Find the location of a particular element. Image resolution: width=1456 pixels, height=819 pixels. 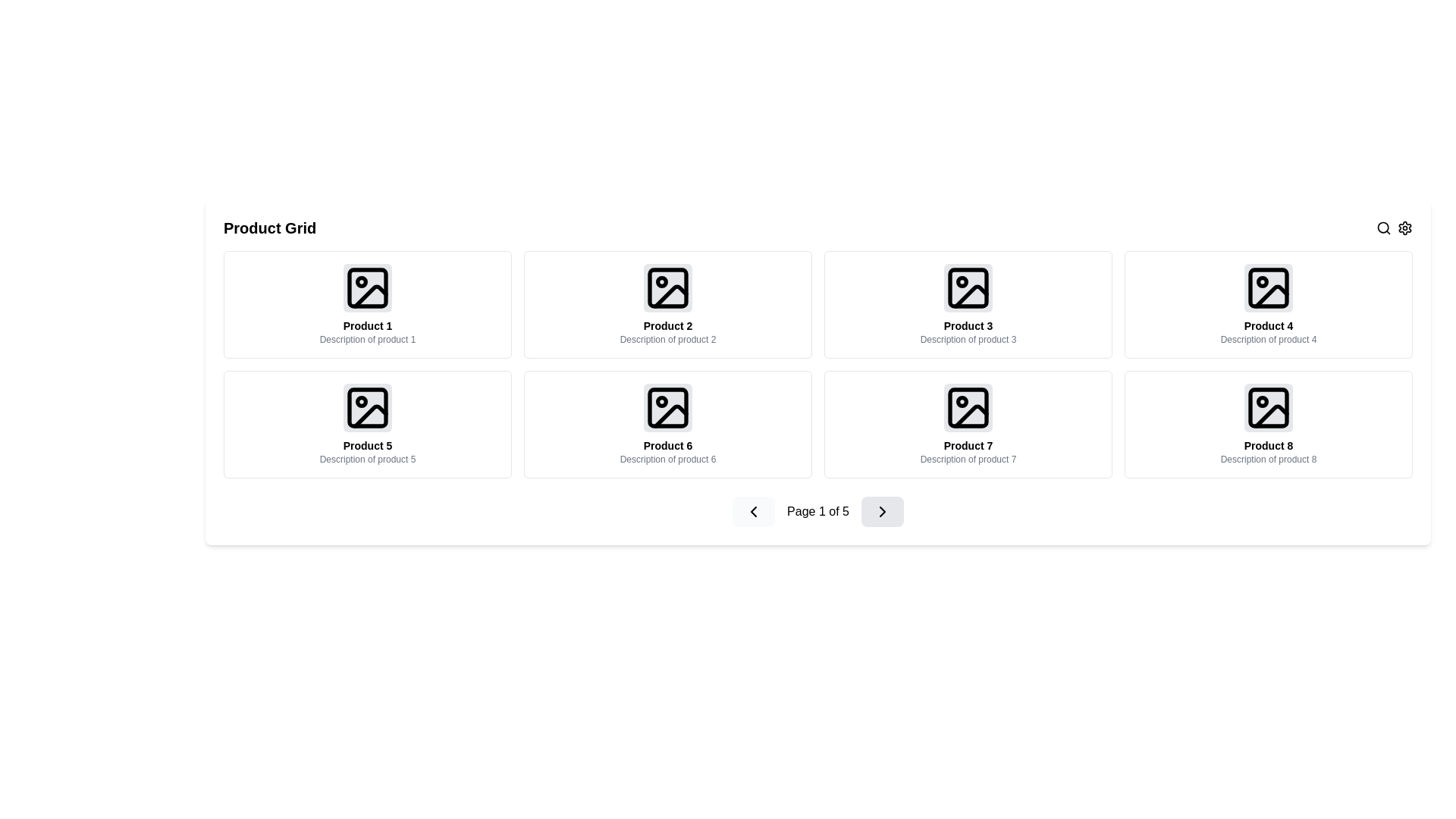

the product listing card component located in the upper left corner of the grid is located at coordinates (367, 304).